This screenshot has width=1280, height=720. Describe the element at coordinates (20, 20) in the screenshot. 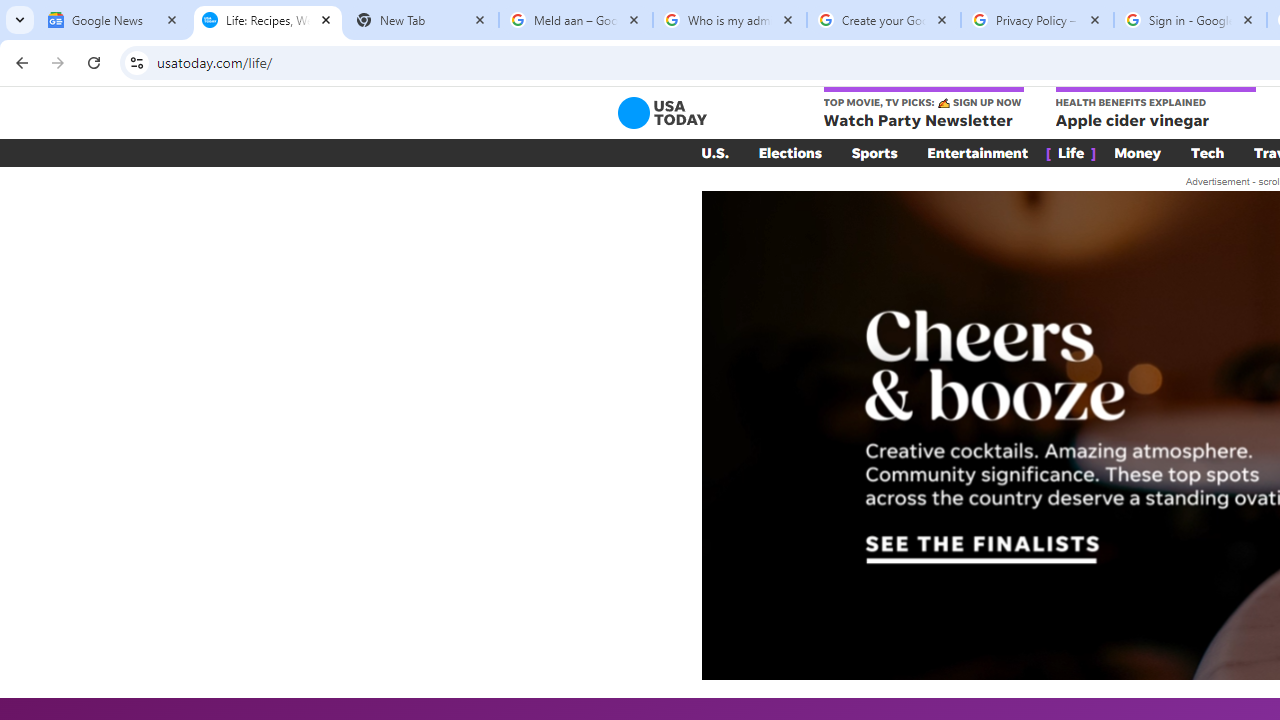

I see `'Search tabs'` at that location.